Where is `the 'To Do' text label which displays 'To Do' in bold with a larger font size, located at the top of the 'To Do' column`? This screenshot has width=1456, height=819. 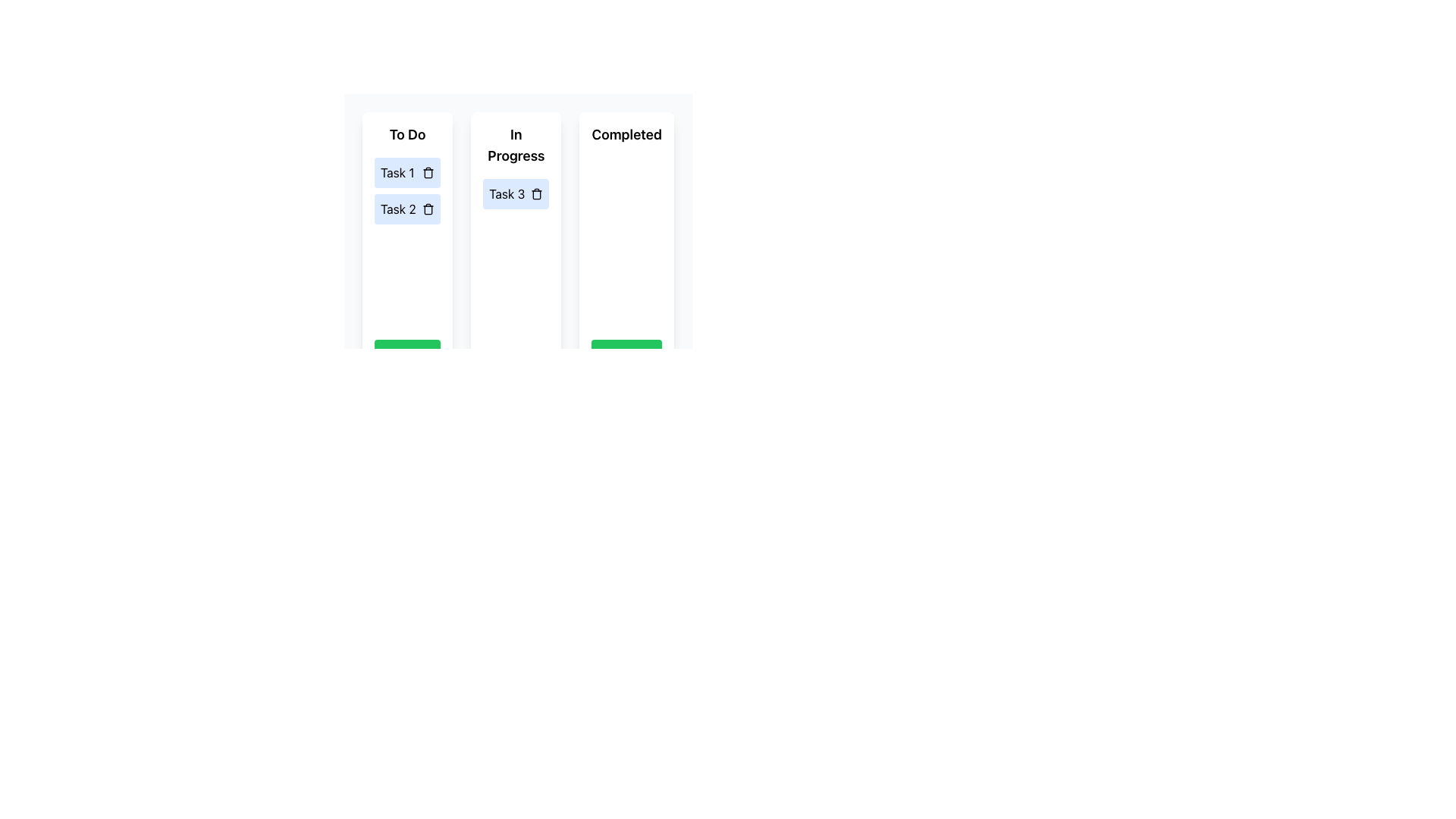 the 'To Do' text label which displays 'To Do' in bold with a larger font size, located at the top of the 'To Do' column is located at coordinates (407, 133).